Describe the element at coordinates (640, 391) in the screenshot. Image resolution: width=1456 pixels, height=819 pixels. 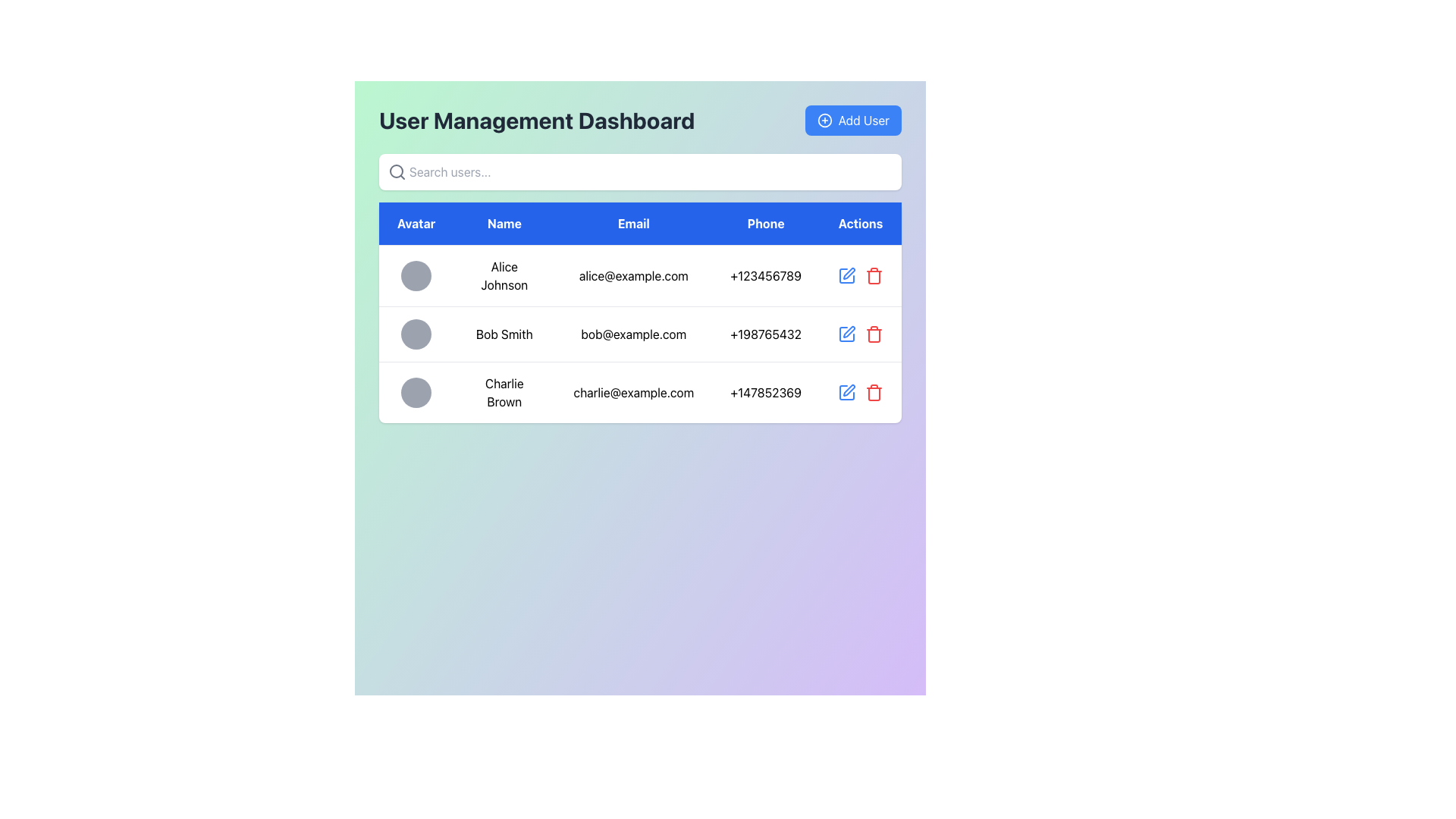
I see `the third row representing 'Charlie Brown' in the user management table` at that location.